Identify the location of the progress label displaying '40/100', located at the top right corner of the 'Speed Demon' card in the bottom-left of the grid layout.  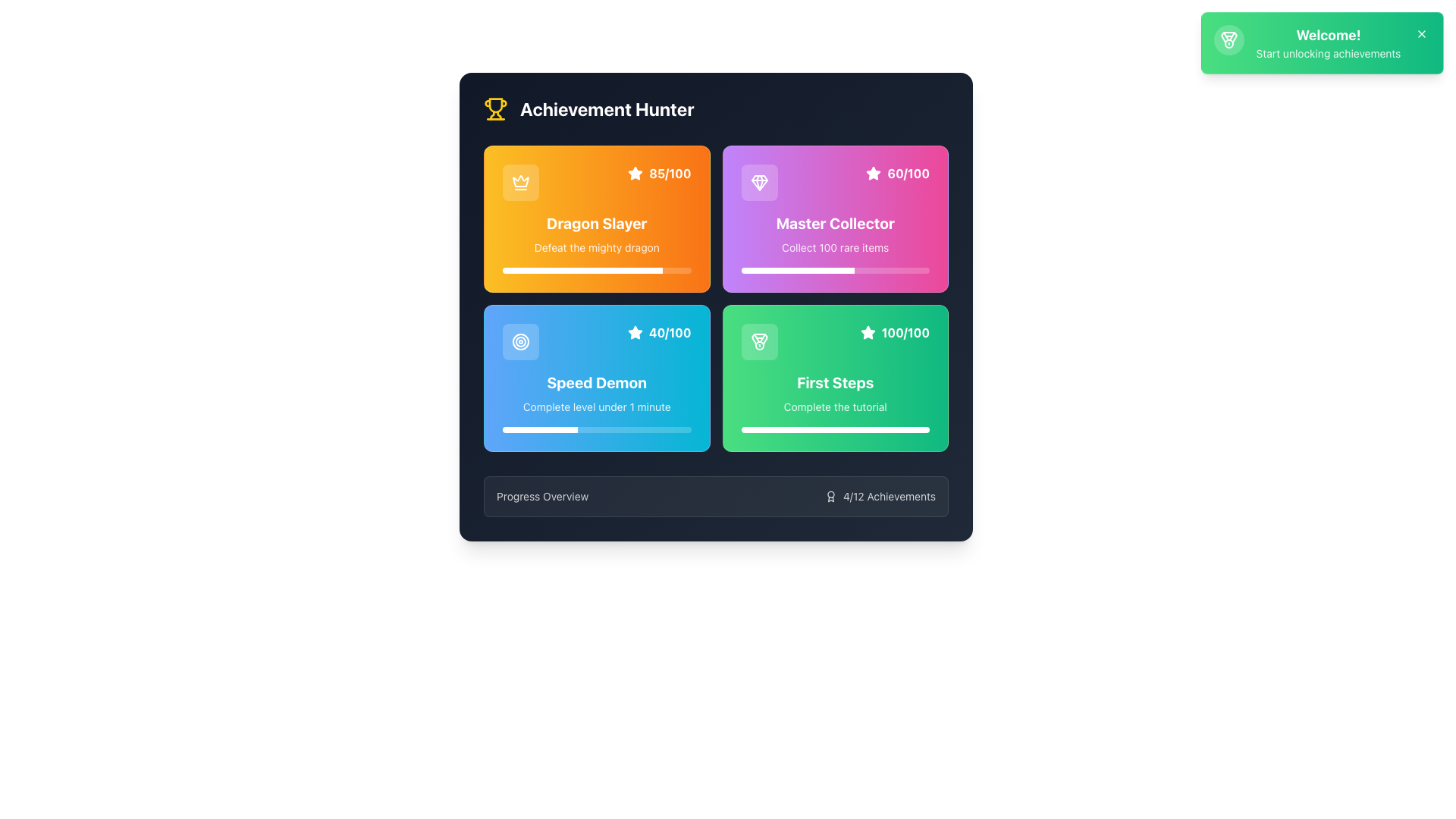
(659, 332).